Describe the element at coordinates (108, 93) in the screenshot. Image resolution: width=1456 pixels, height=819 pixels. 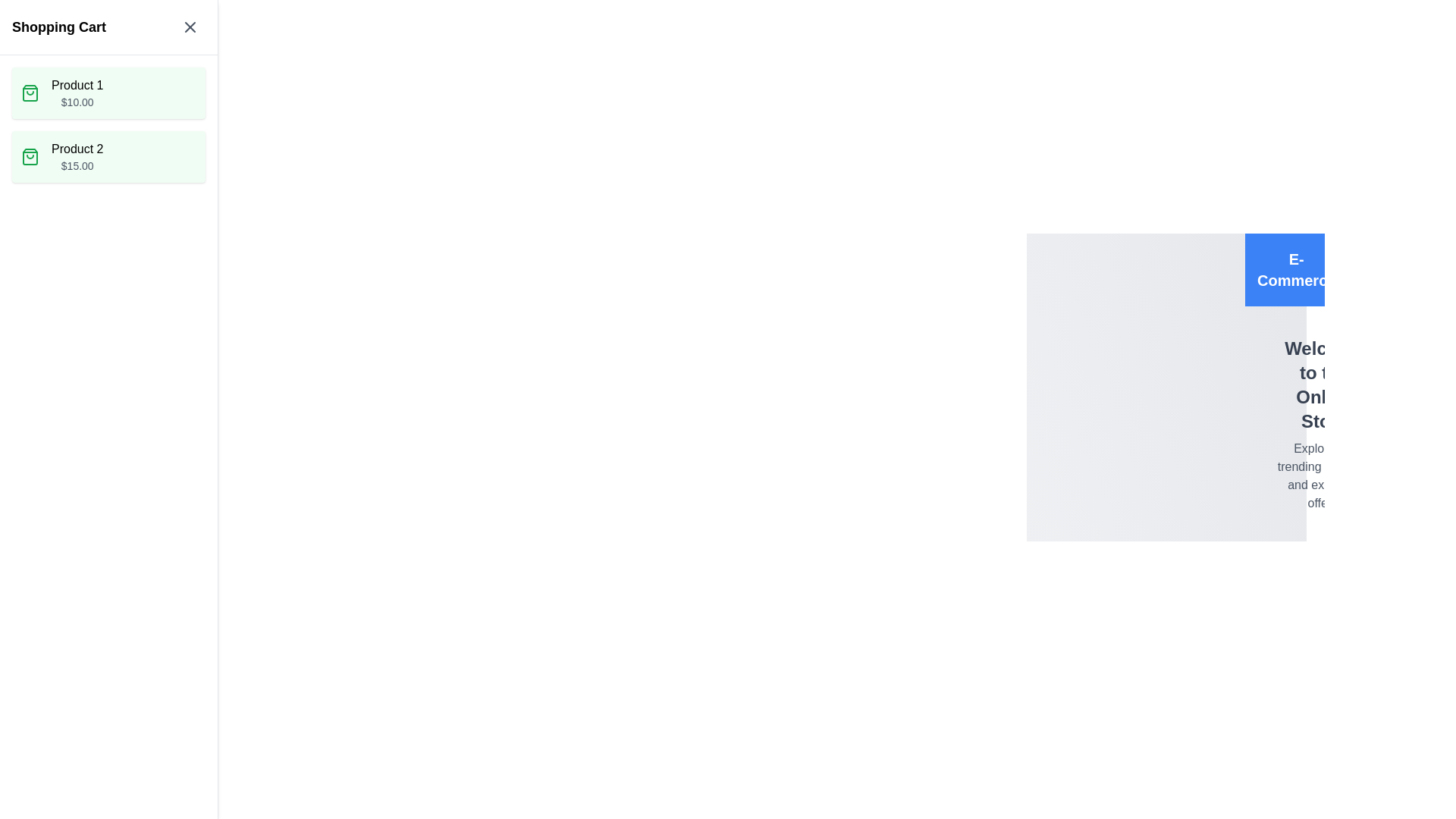
I see `the first list item in the 'Shopping Cart' sidebar, which represents a product and its price, located above 'Product 2'` at that location.